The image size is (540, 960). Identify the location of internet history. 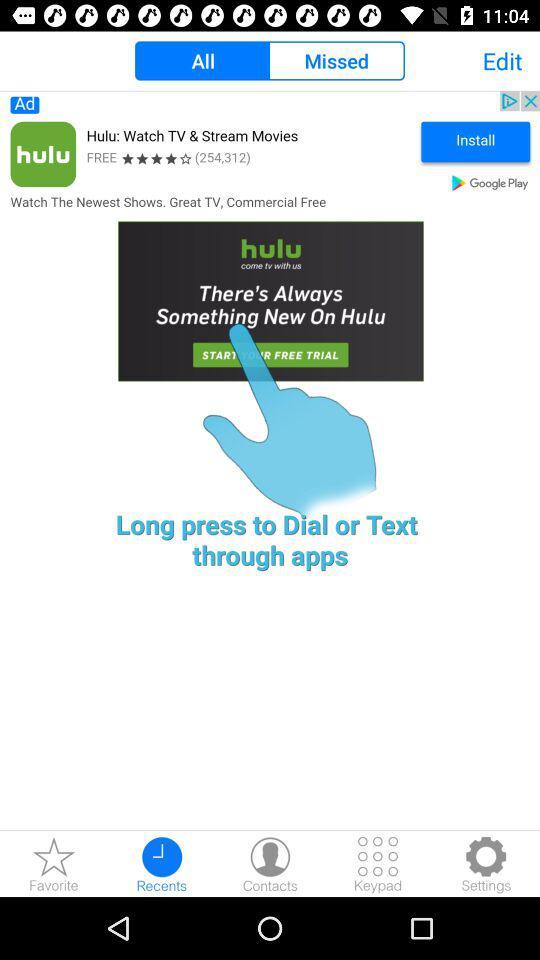
(161, 863).